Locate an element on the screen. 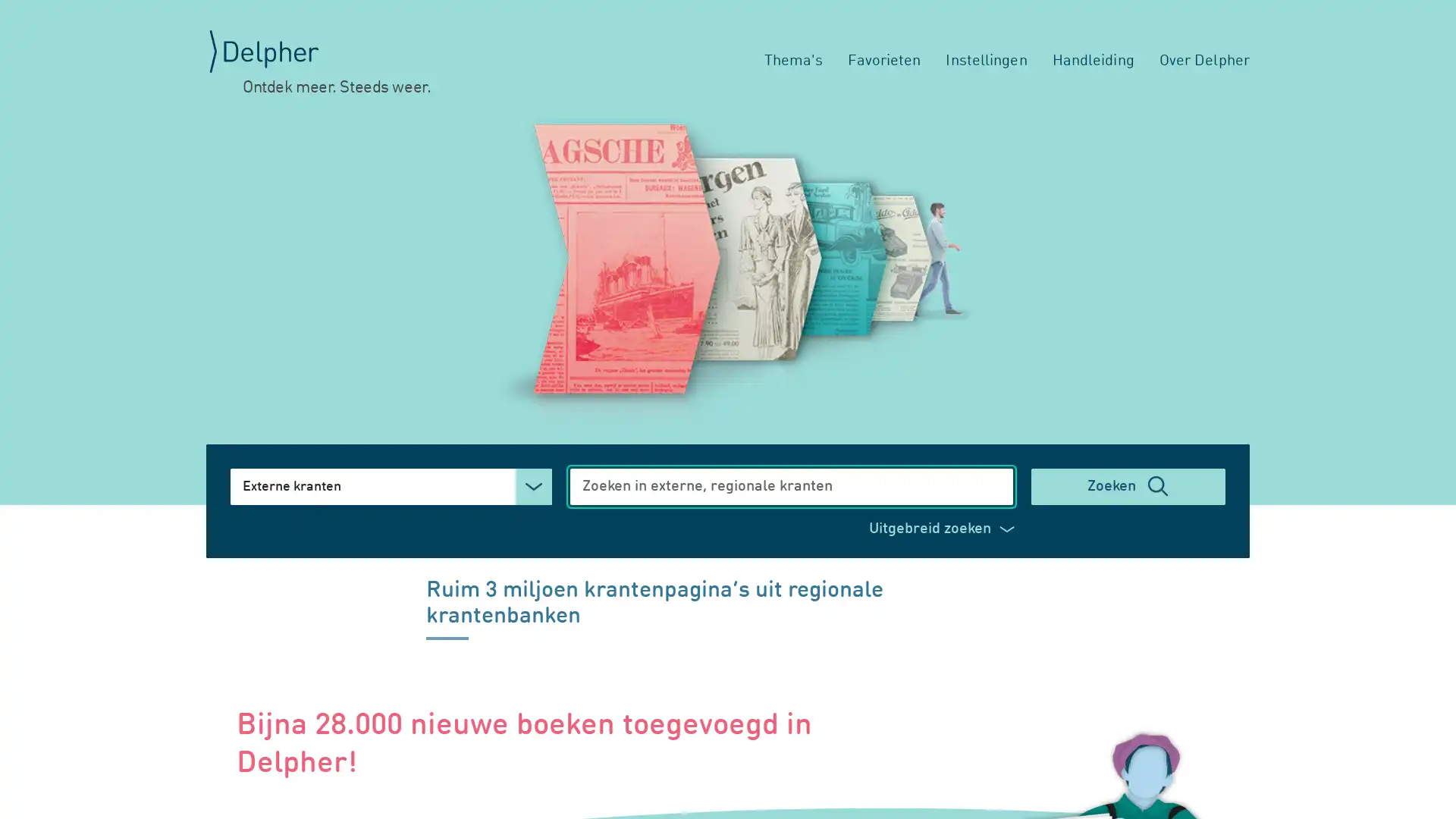 Image resolution: width=1456 pixels, height=819 pixels. Uitgebreid zoeken is located at coordinates (943, 529).